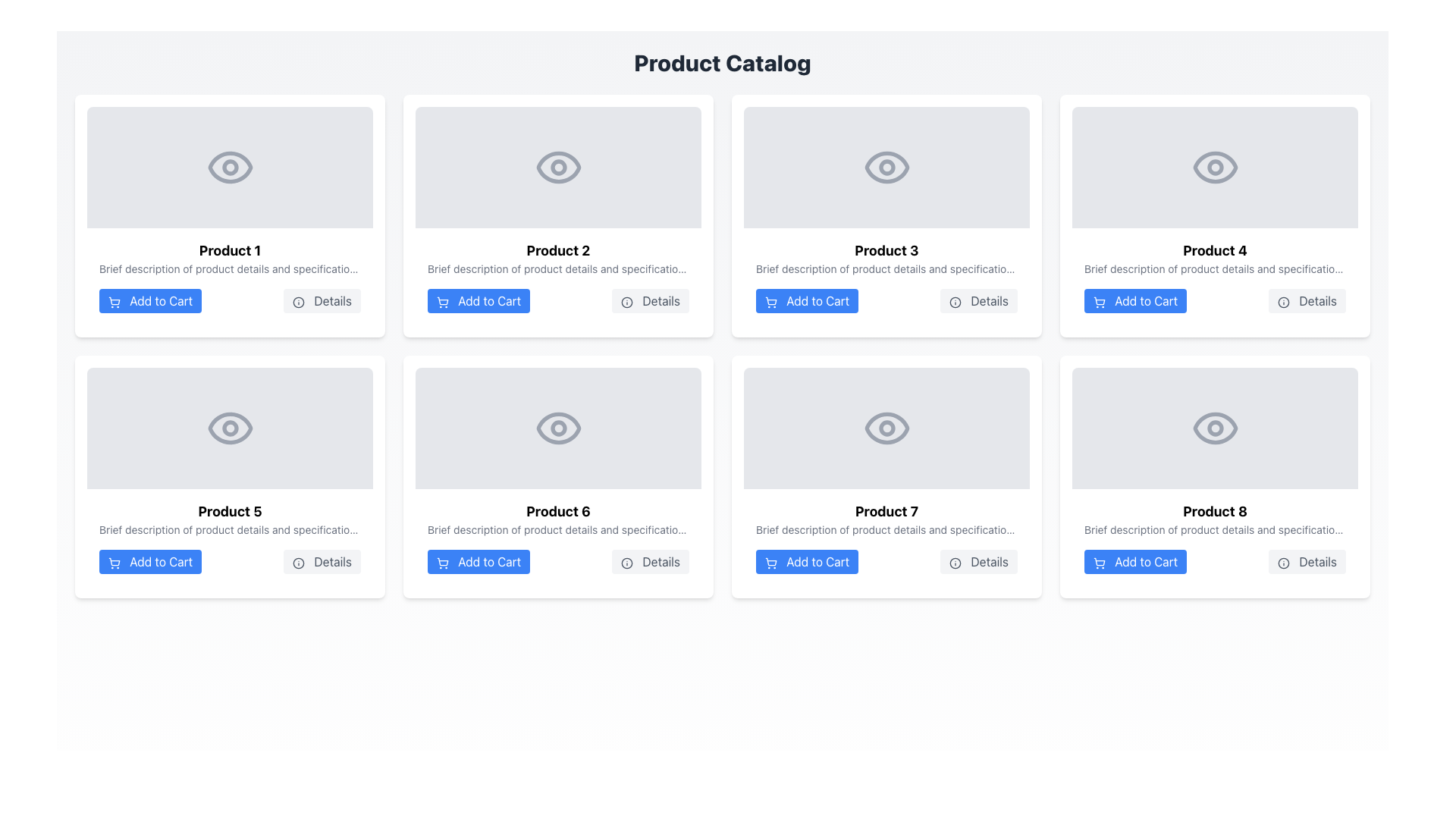 The image size is (1456, 819). Describe the element at coordinates (1215, 428) in the screenshot. I see `the small gray circular shape that represents the iris or pupil in the eye icon within the 'Product 8' graphical information at the bottom-right corner of the layout` at that location.